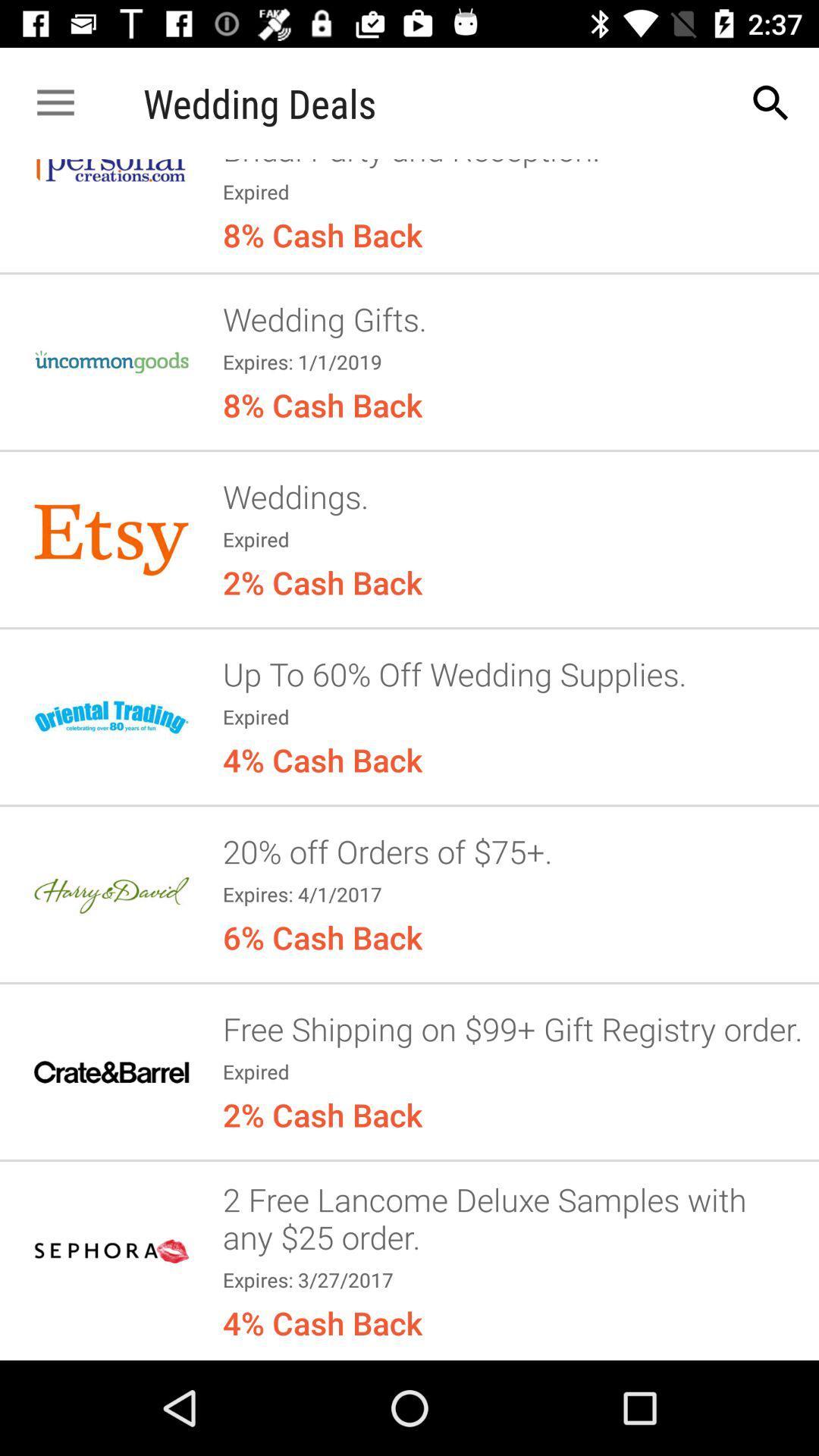 The width and height of the screenshot is (819, 1456). What do you see at coordinates (55, 102) in the screenshot?
I see `app to the left of wedding deals` at bounding box center [55, 102].